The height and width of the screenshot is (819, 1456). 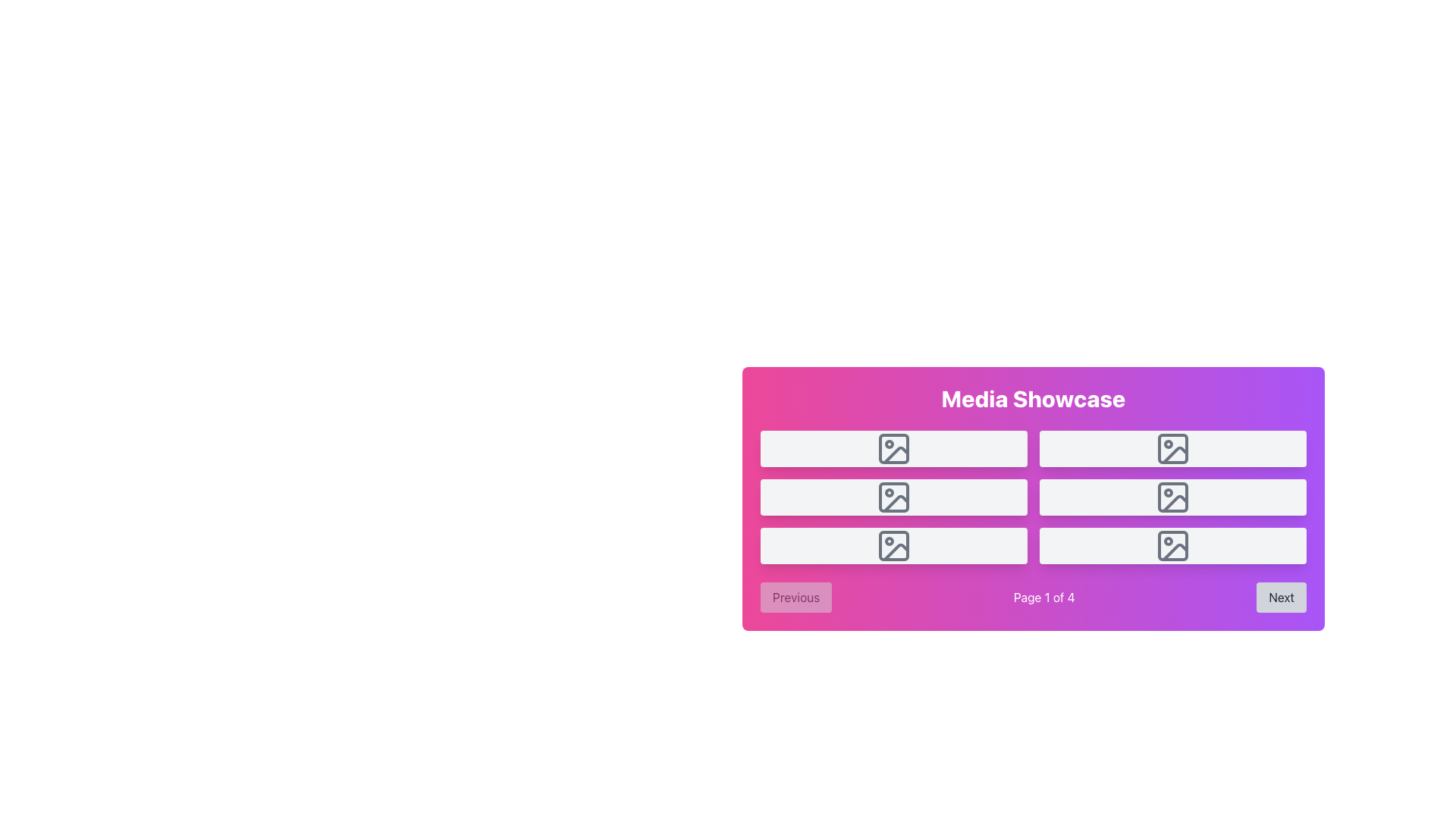 I want to click on the 'Media Showcase' text heading which is styled with a bold, large font and is located at the top of a colorful card-like structure with a gradient background transitioning from pink to purple, so click(x=1033, y=397).